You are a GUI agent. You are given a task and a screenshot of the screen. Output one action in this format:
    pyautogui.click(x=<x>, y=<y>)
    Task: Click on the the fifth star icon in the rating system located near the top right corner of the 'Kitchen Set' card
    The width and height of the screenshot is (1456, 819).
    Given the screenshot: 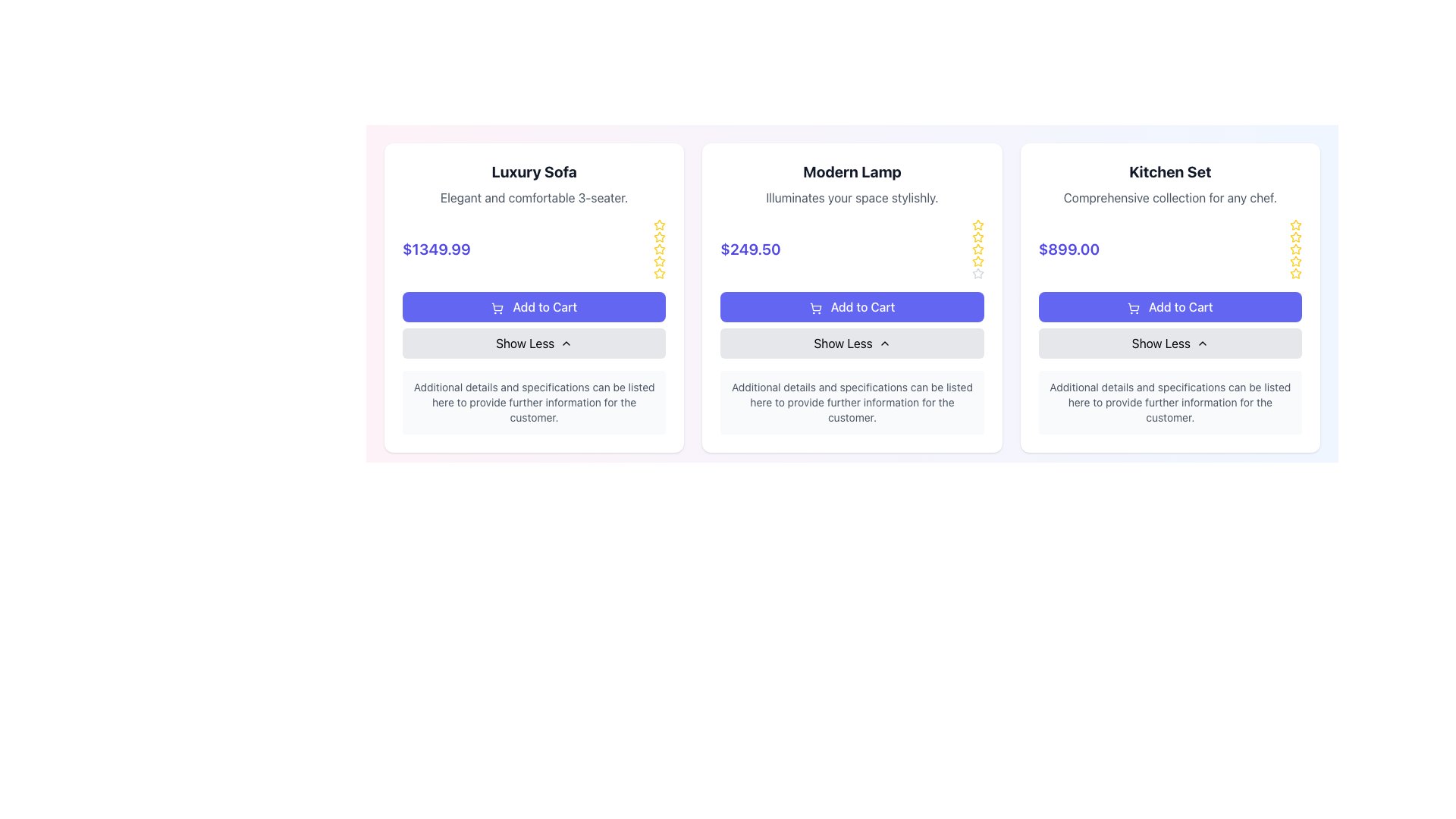 What is the action you would take?
    pyautogui.click(x=1294, y=273)
    